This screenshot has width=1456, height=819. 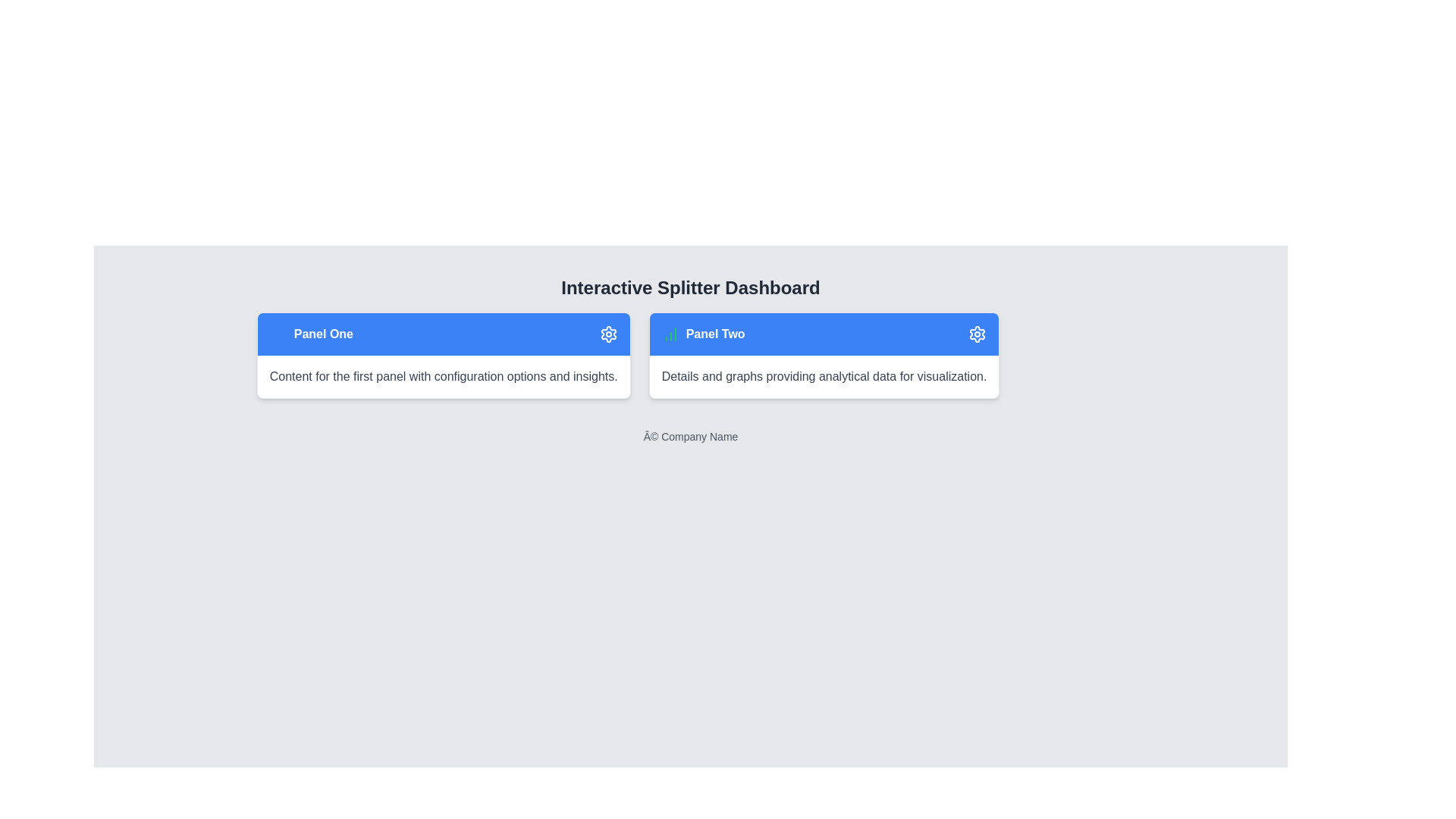 I want to click on text content from the descriptive text area located beneath the title 'Panel One' in the first panel, so click(x=443, y=376).